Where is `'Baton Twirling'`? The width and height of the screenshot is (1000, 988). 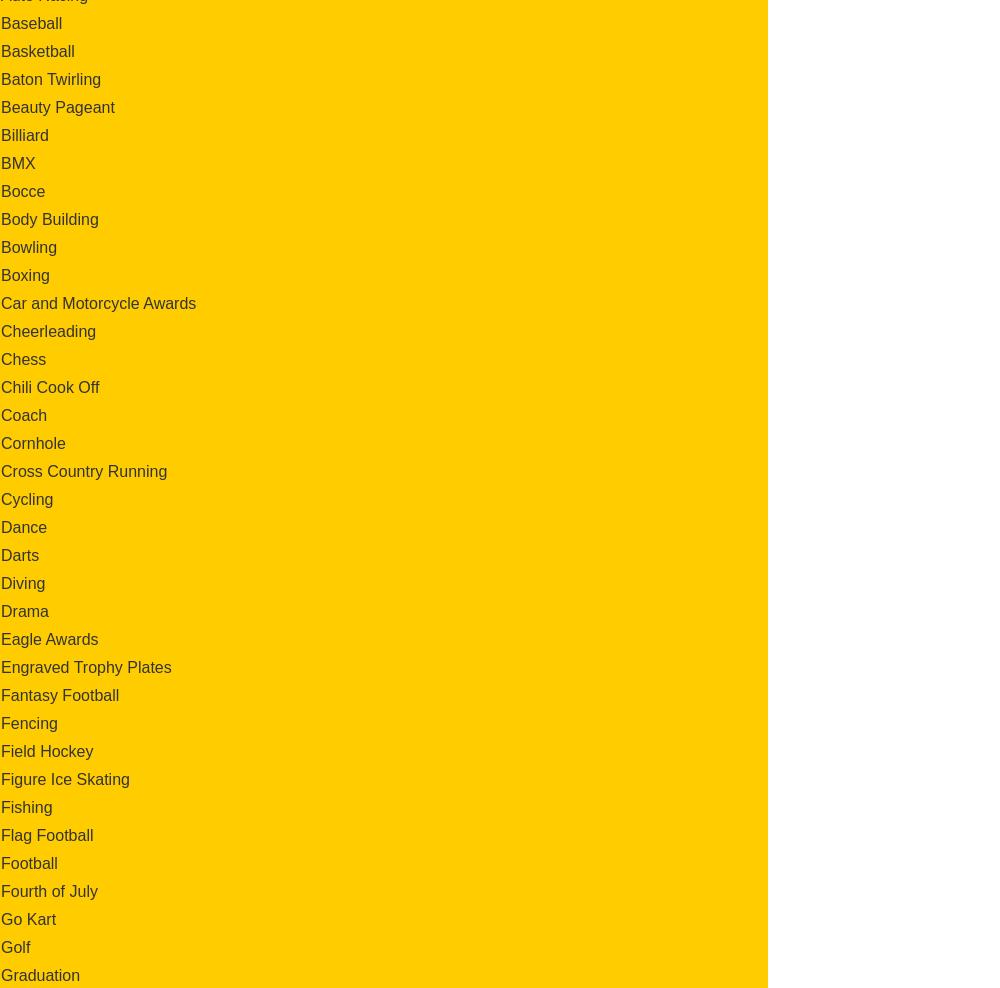
'Baton Twirling' is located at coordinates (51, 78).